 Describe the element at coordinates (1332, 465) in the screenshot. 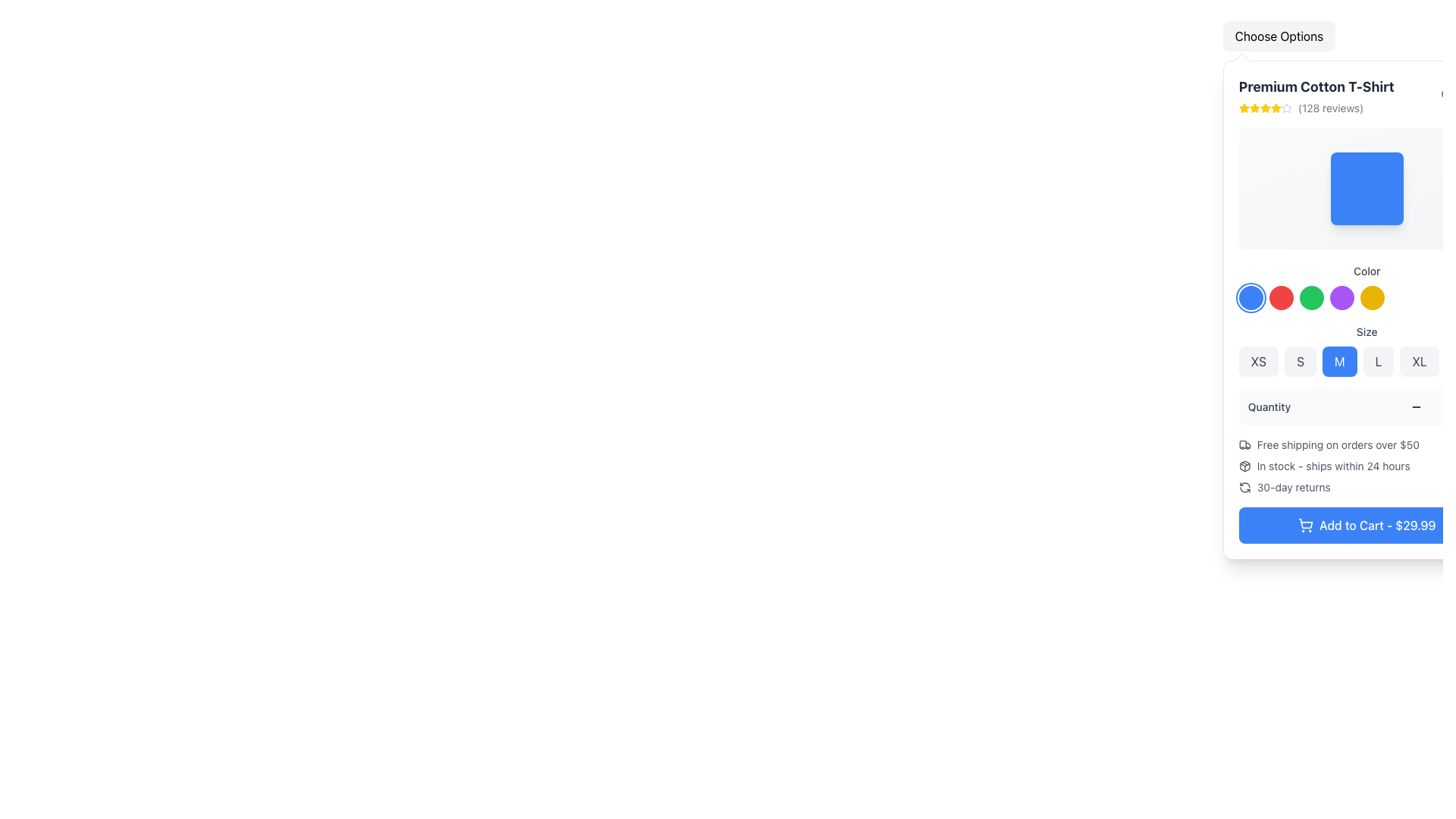

I see `the text label displaying 'In stock - ships within 24 hours', which is located below the bullet point labeled 'Free shipping on orders over $50'` at that location.